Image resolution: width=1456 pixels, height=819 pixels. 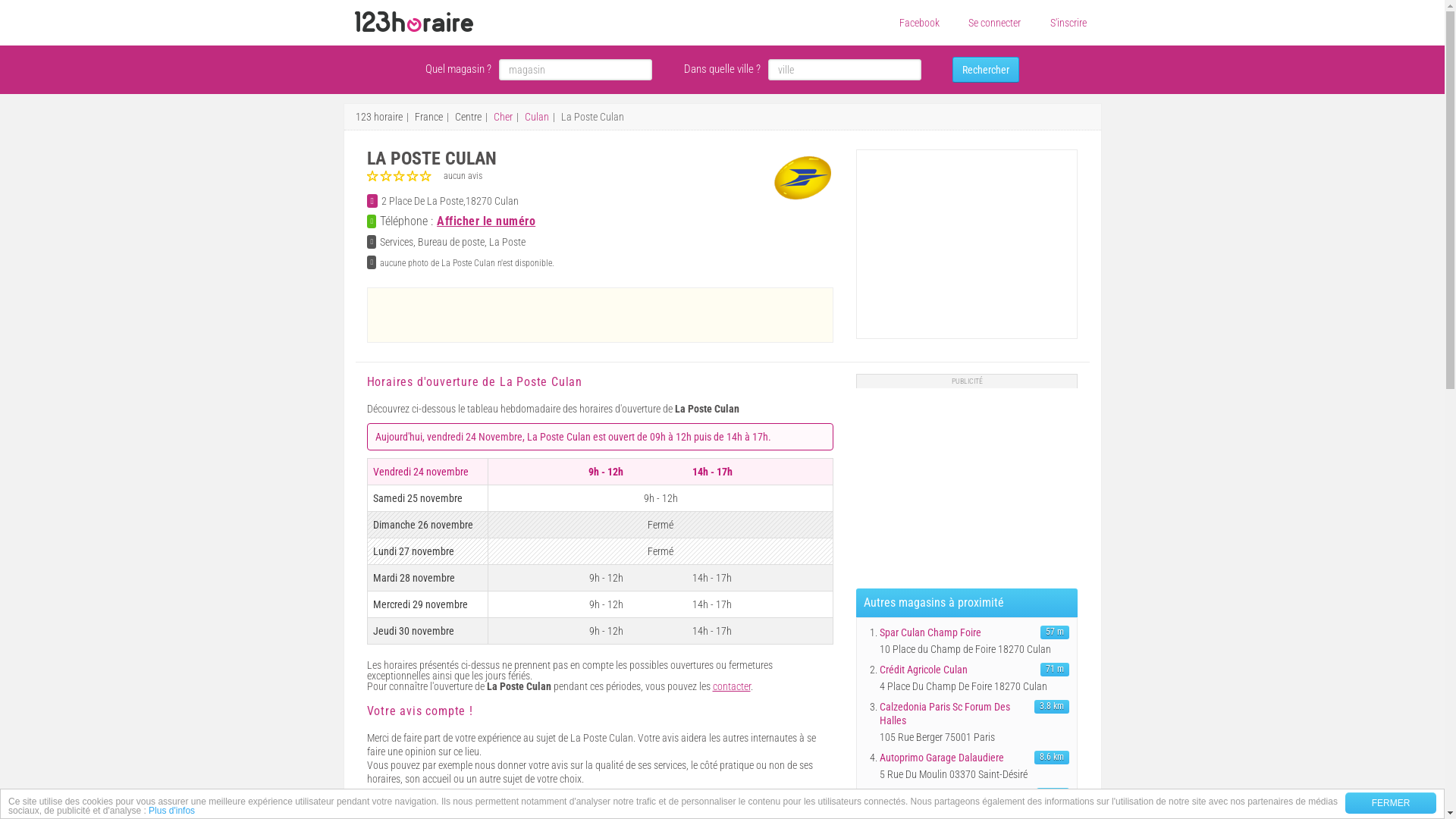 I want to click on 'Culan', so click(x=537, y=116).